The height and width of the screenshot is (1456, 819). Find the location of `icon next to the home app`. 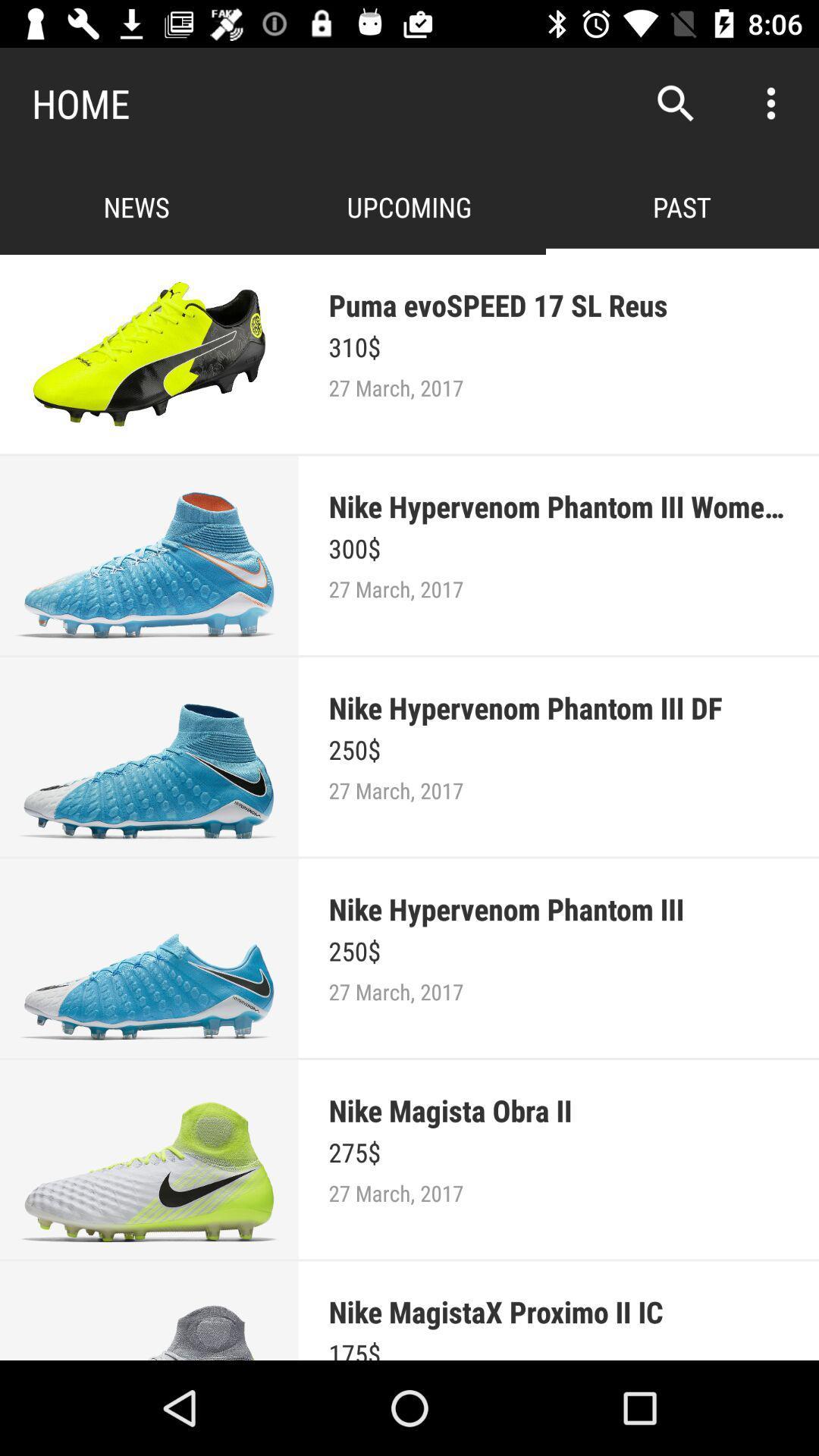

icon next to the home app is located at coordinates (675, 102).